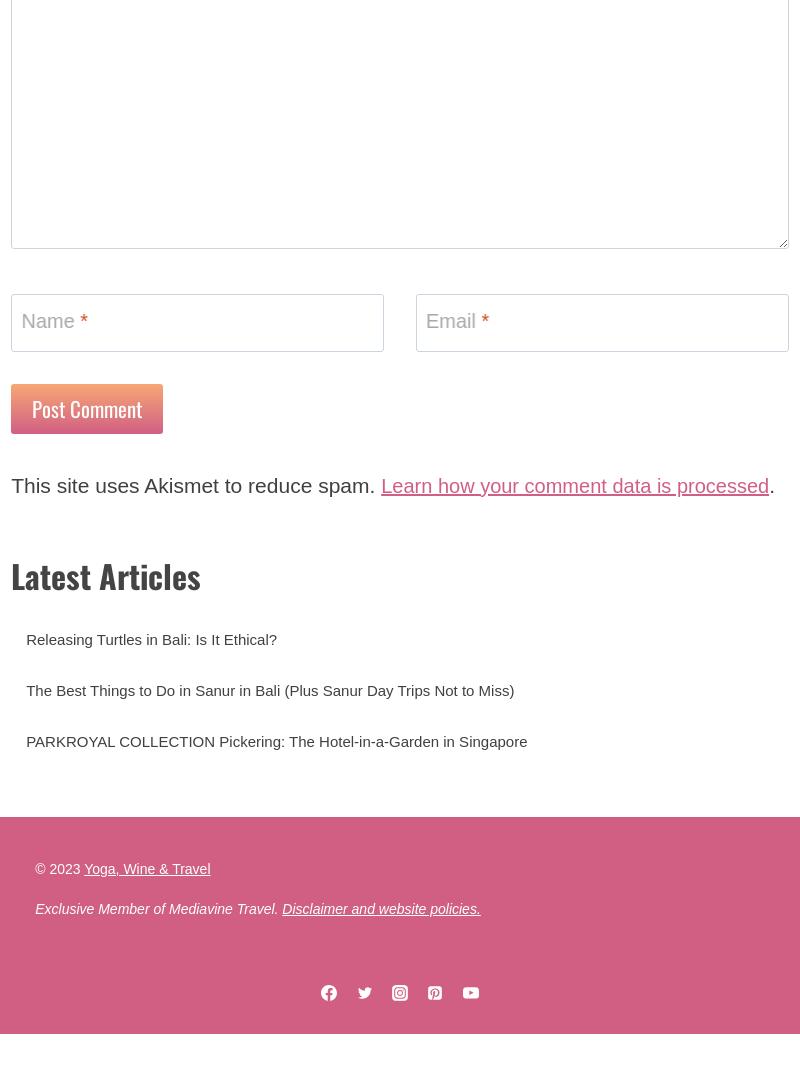  I want to click on 'This site uses Akismet to reduce spam.', so click(11, 499).